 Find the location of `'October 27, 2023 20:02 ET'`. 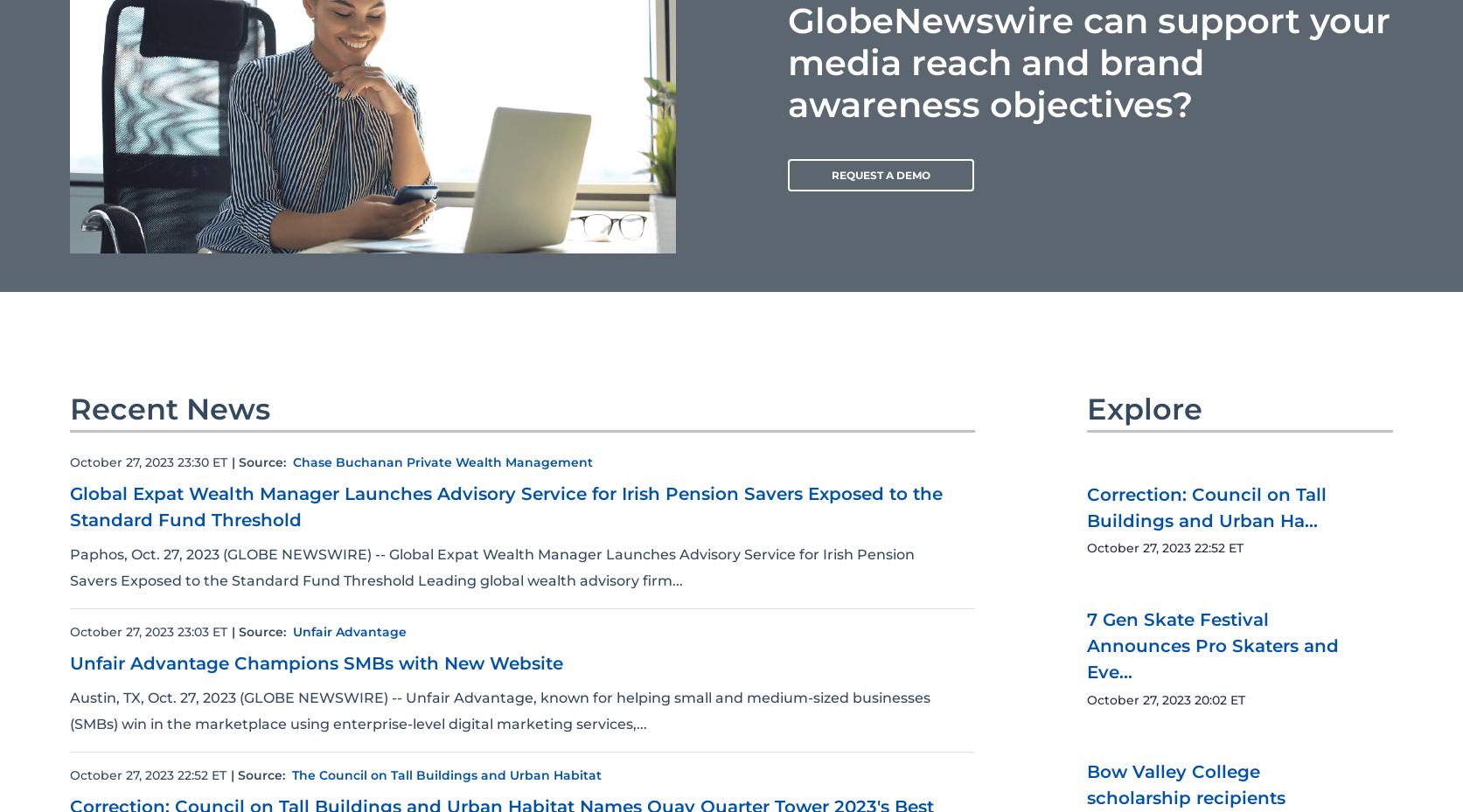

'October 27, 2023 20:02 ET' is located at coordinates (1165, 697).